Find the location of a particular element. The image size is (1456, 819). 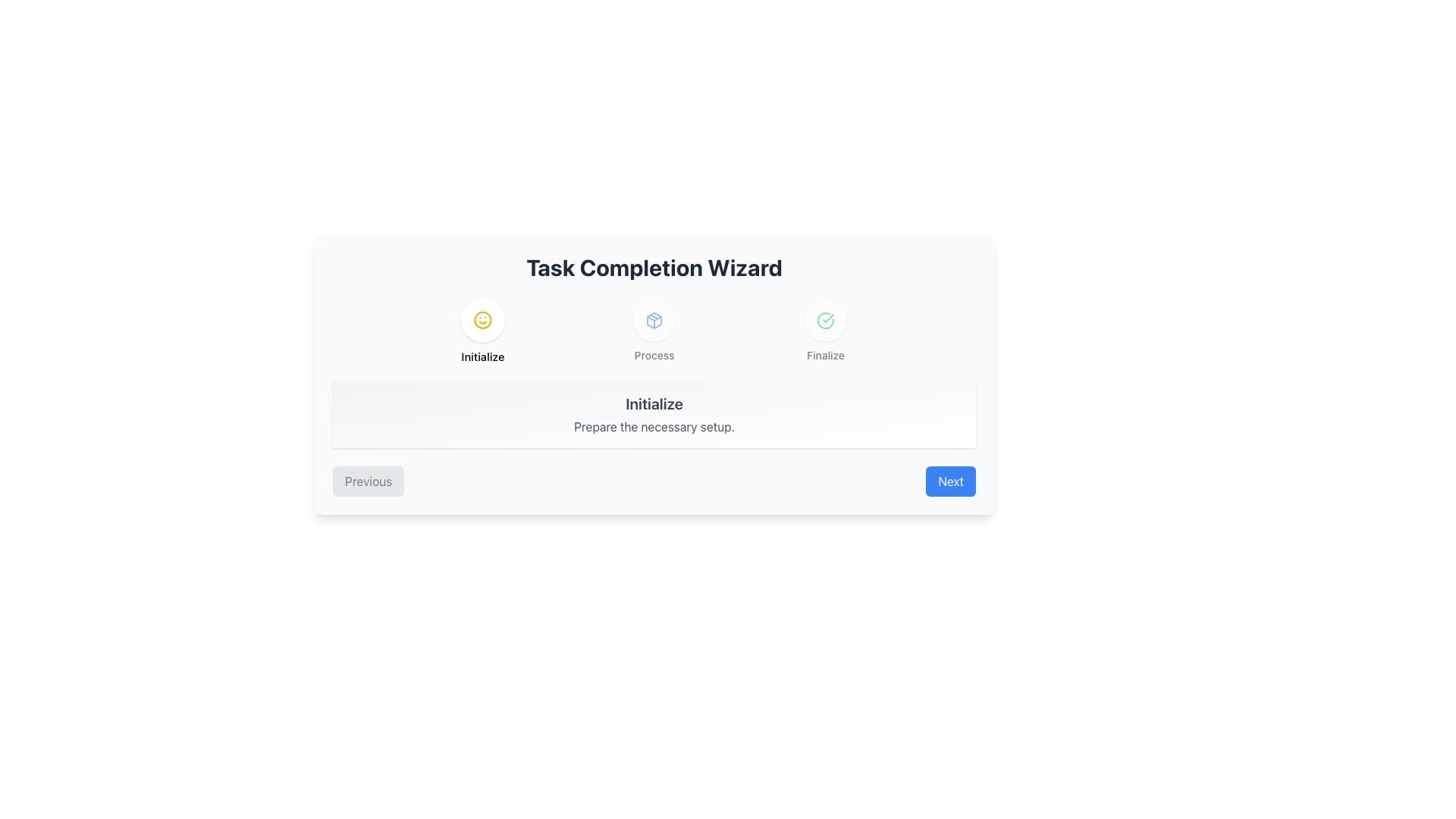

the text label that reads 'Task Completion Wizard', which is centrally aligned at the top of the card section is located at coordinates (654, 267).